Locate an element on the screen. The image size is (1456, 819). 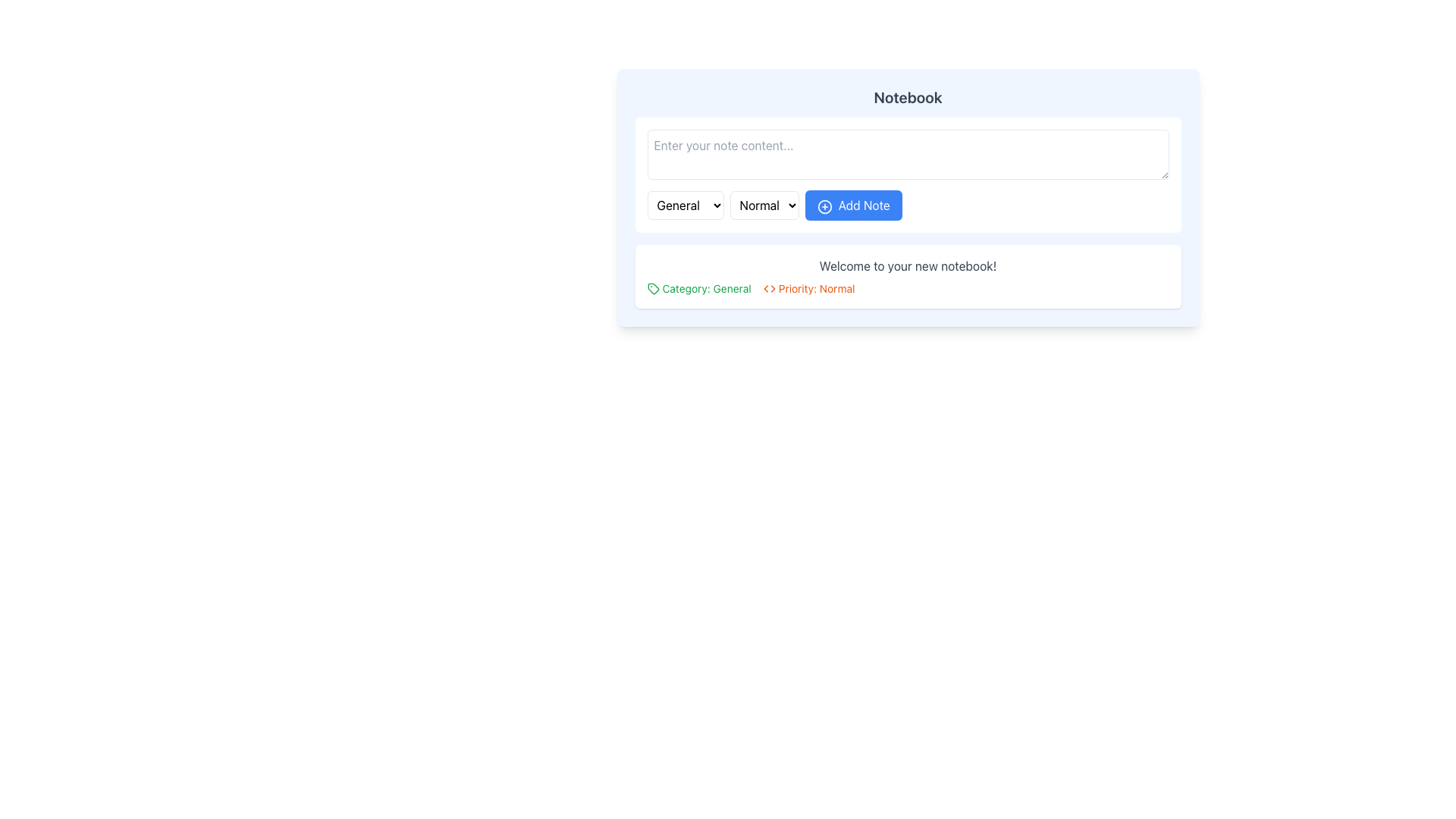
the icon within the 'Add Note' button, which indicates the addition functionality and is positioned to the left of the button's label is located at coordinates (824, 206).